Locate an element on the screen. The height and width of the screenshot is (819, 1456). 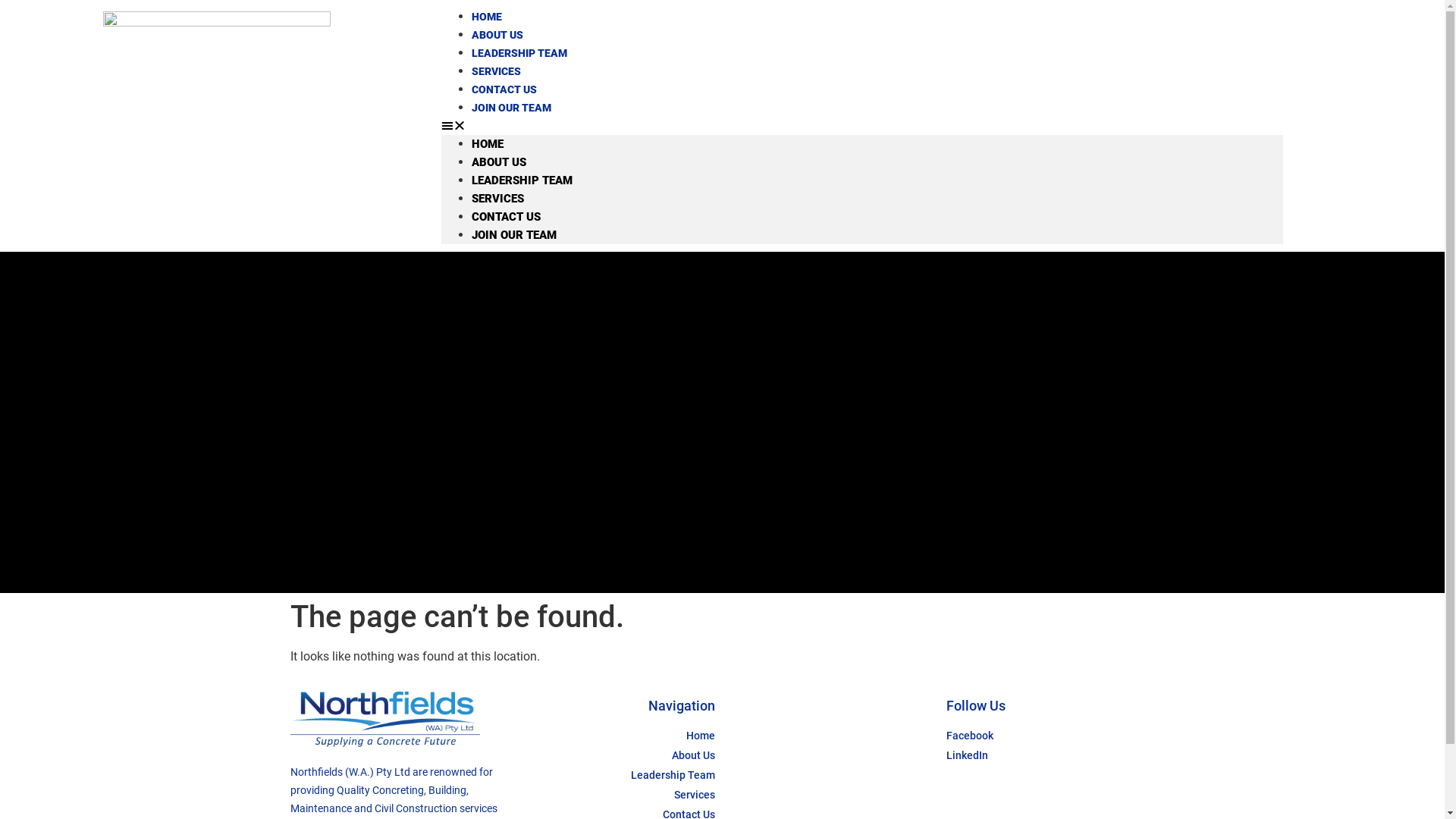
'ABOUT US' is located at coordinates (471, 34).